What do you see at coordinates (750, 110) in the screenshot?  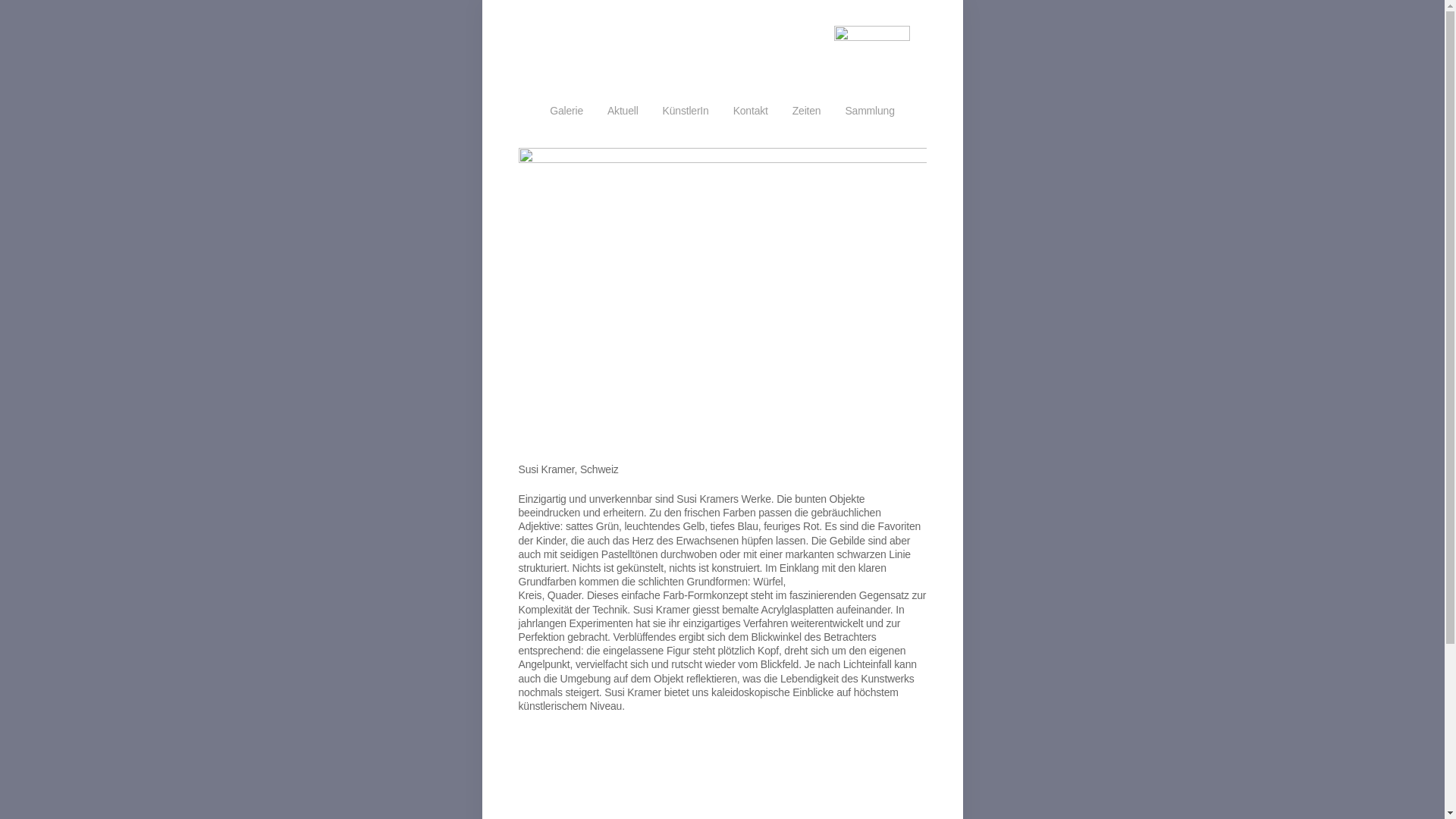 I see `'Kontakt'` at bounding box center [750, 110].